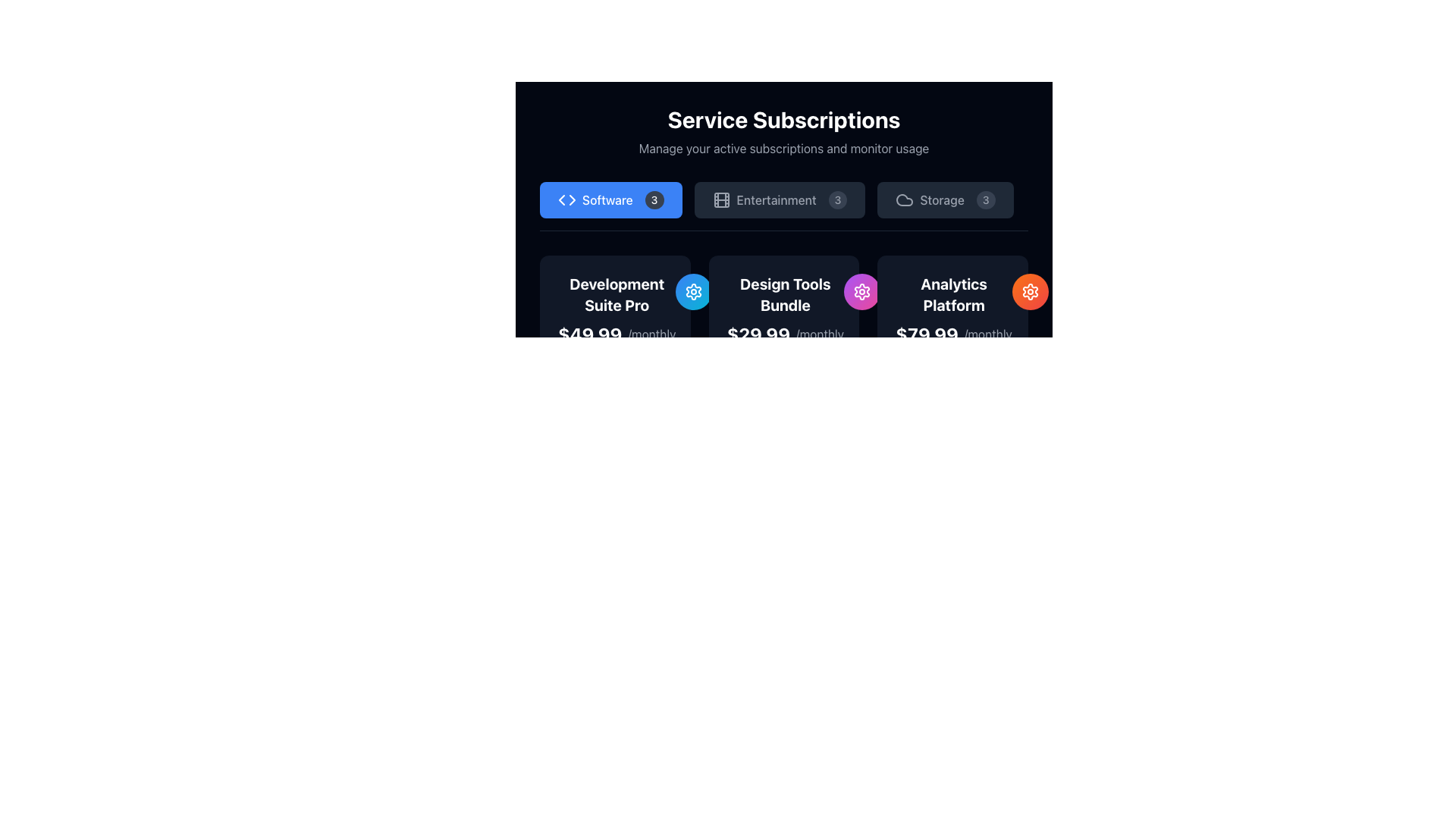  Describe the element at coordinates (617, 309) in the screenshot. I see `the 'Development Suite Pro' subscription plan description and price text block, which is the first element in the list of subscription options under the 'Service Subscriptions' section` at that location.